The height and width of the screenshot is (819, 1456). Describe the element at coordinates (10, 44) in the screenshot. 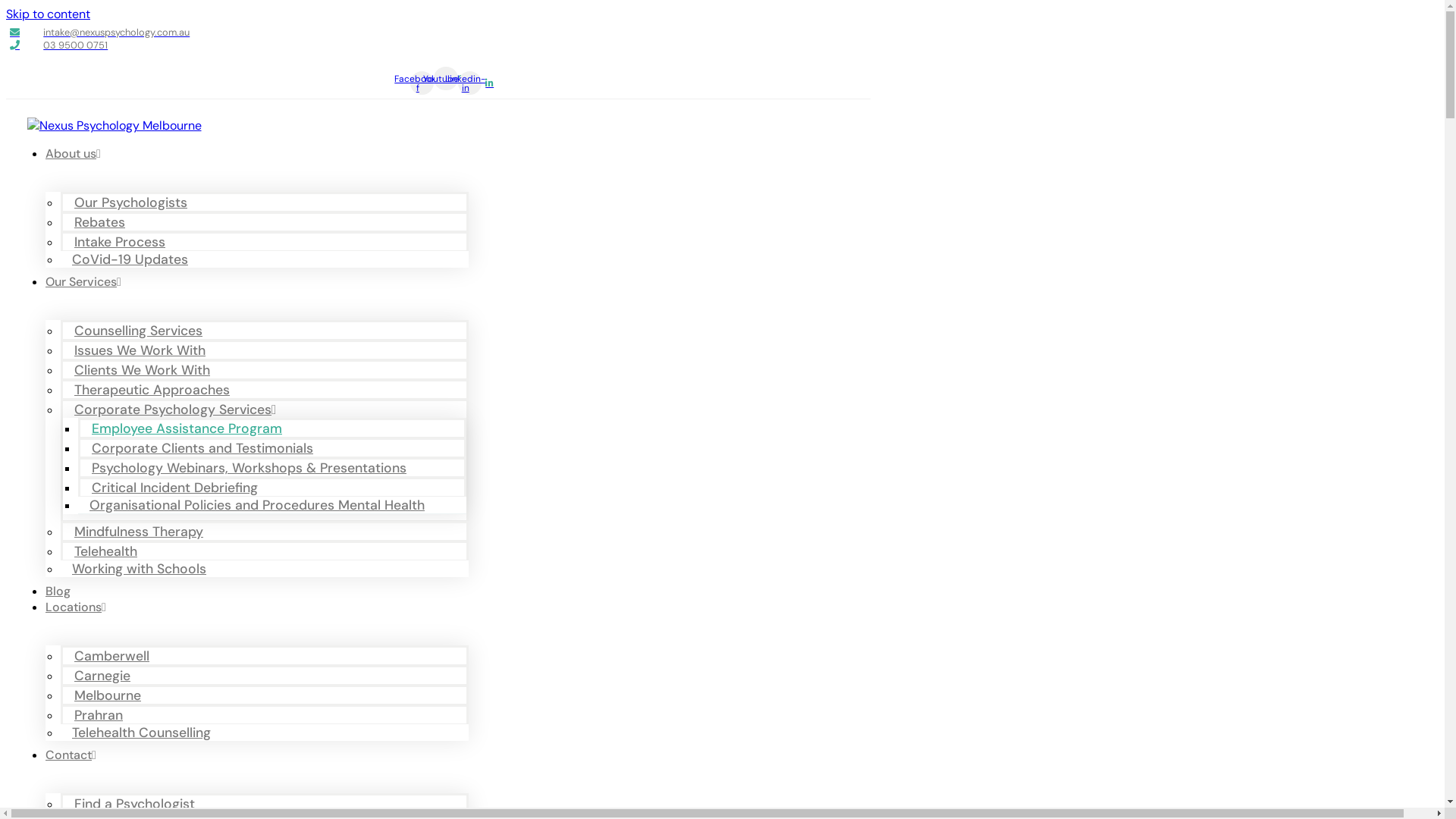

I see `'03 9500 0751'` at that location.